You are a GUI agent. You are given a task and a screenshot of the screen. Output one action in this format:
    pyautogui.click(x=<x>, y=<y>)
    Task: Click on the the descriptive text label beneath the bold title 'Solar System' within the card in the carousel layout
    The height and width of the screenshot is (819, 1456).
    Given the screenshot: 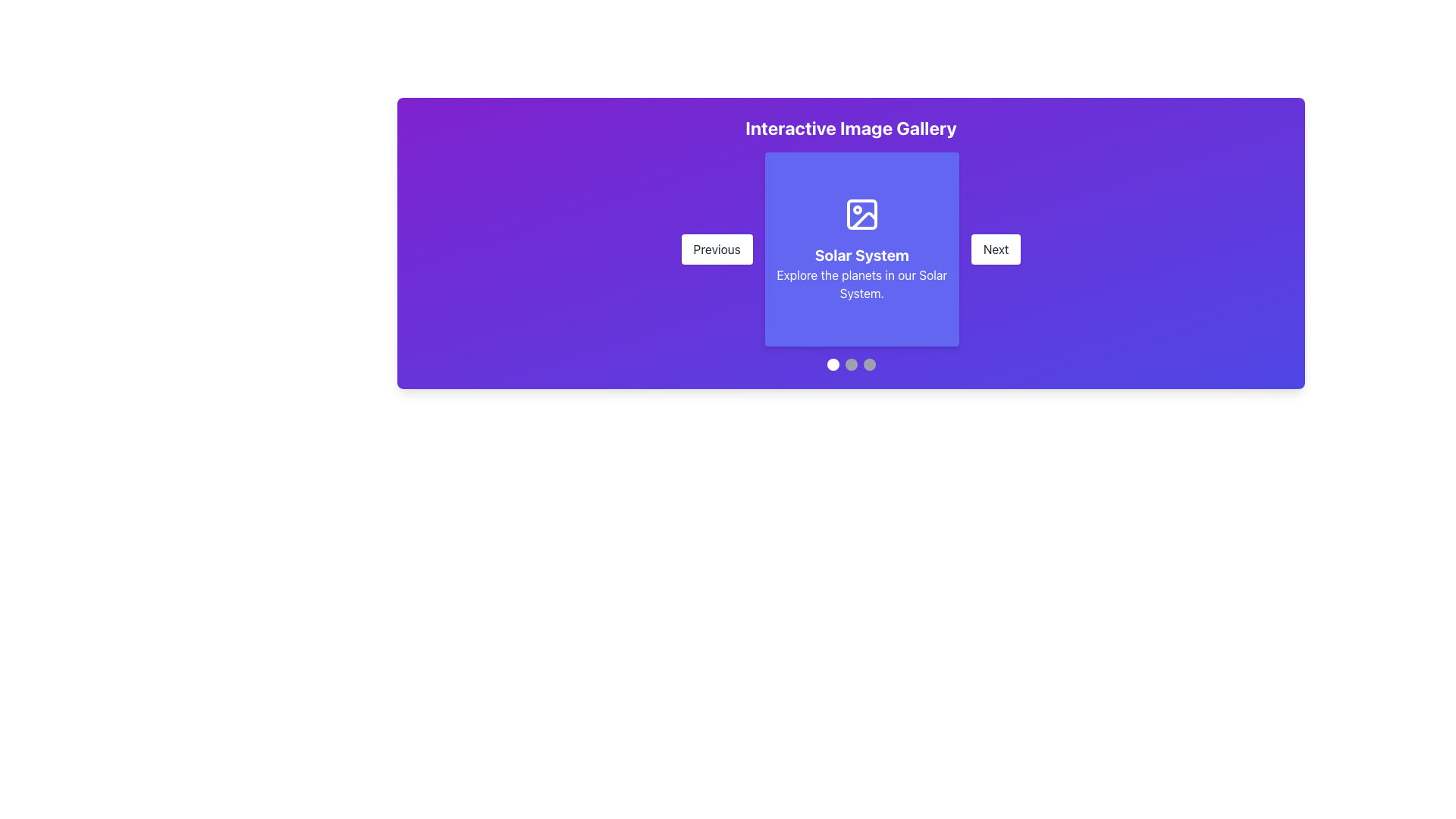 What is the action you would take?
    pyautogui.click(x=861, y=284)
    